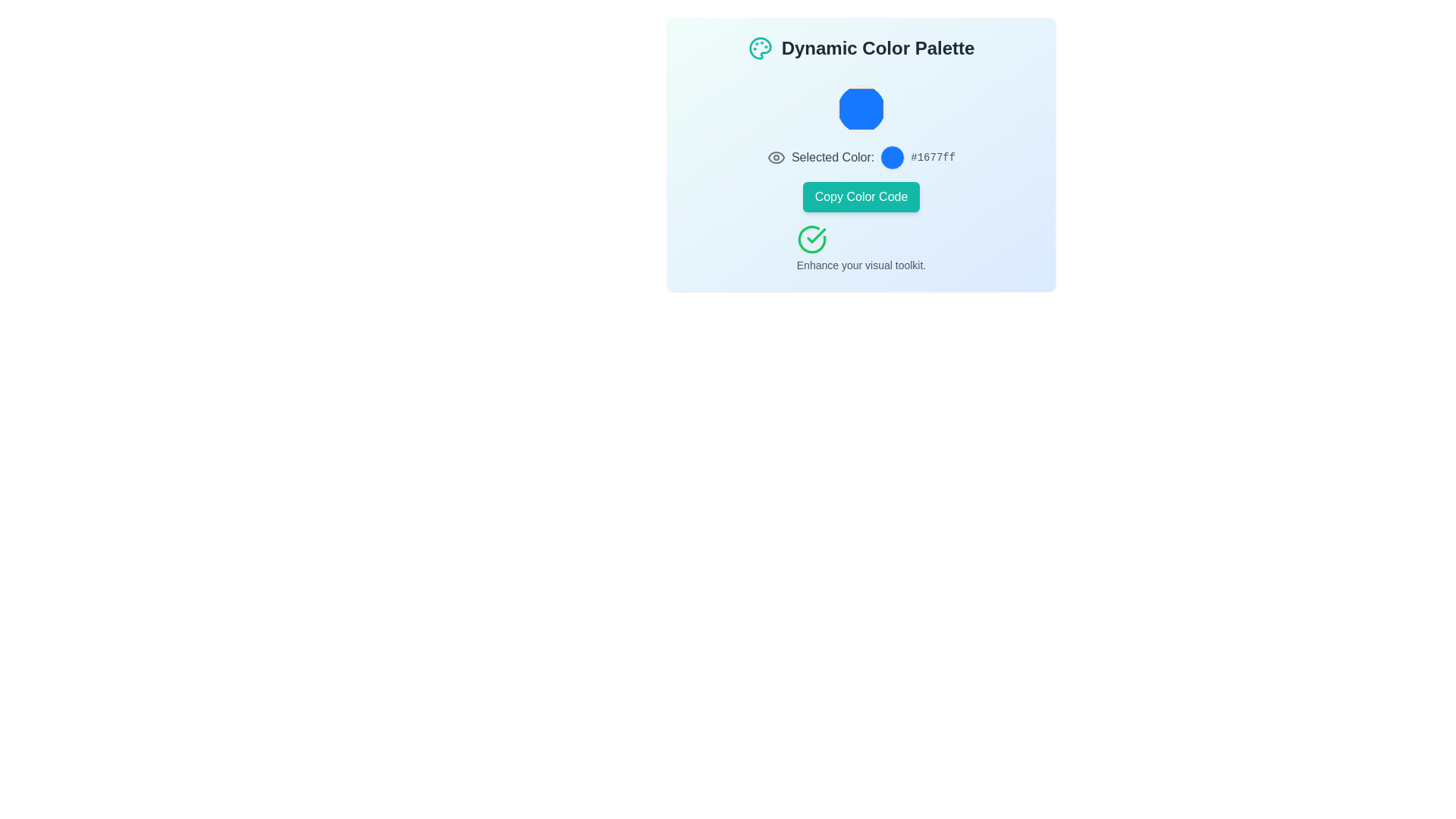 Image resolution: width=1456 pixels, height=819 pixels. I want to click on the informational display section that shows the text 'Selected Color:', the eye icon, and a circular color preview with the hexadecimal color code '#1677ff', so click(861, 158).